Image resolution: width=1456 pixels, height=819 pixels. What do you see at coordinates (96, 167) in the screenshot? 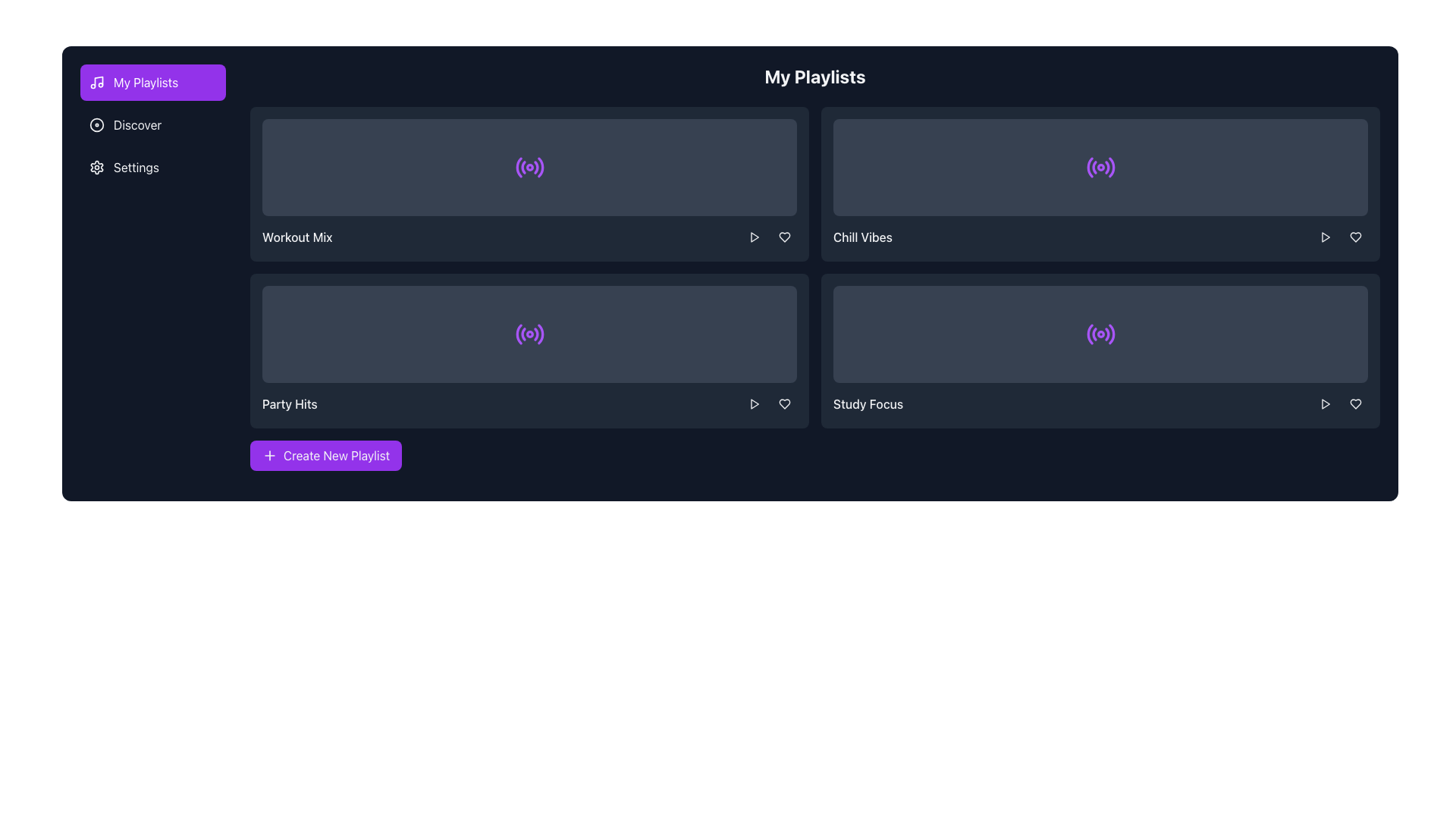
I see `the settings gear icon located in the side navigation bar to the left of the 'Settings' label` at bounding box center [96, 167].